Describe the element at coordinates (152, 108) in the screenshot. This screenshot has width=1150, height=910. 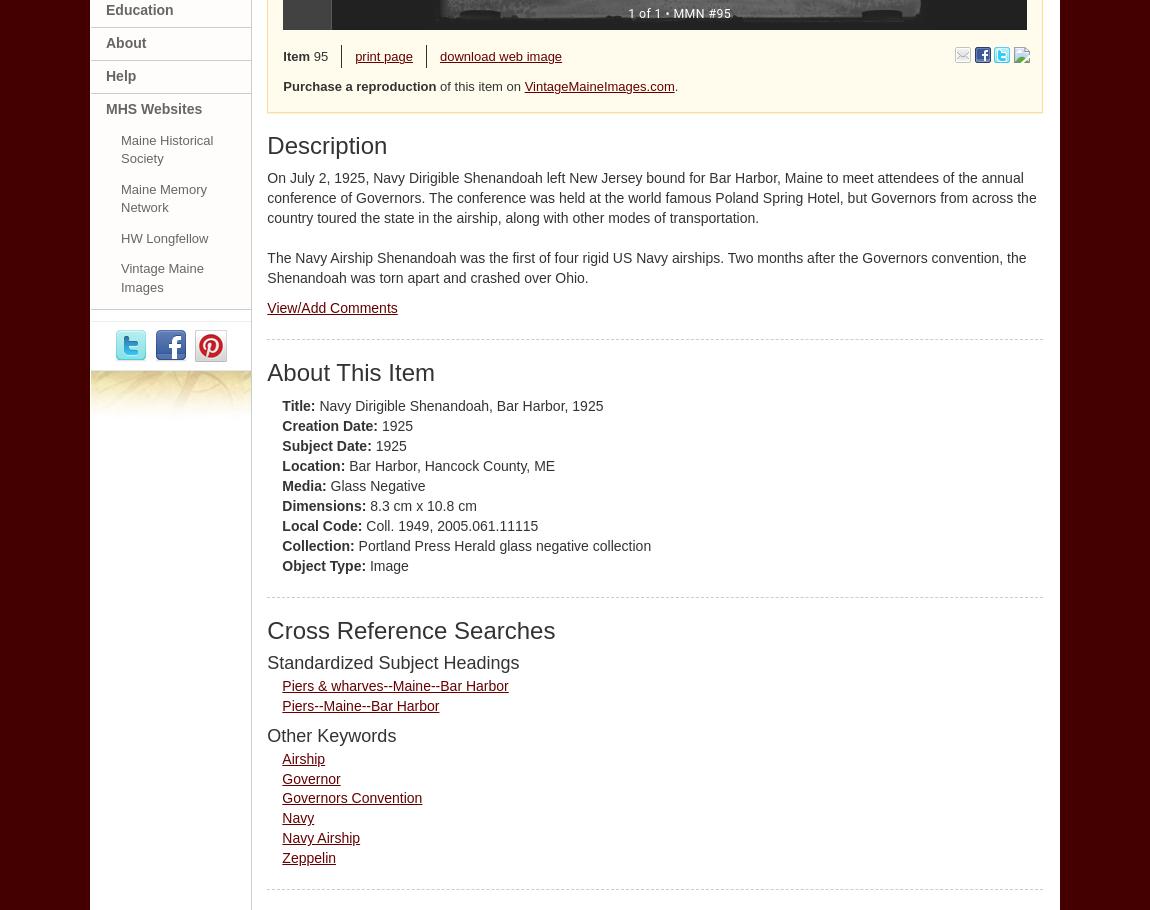
I see `'MHS Websites'` at that location.